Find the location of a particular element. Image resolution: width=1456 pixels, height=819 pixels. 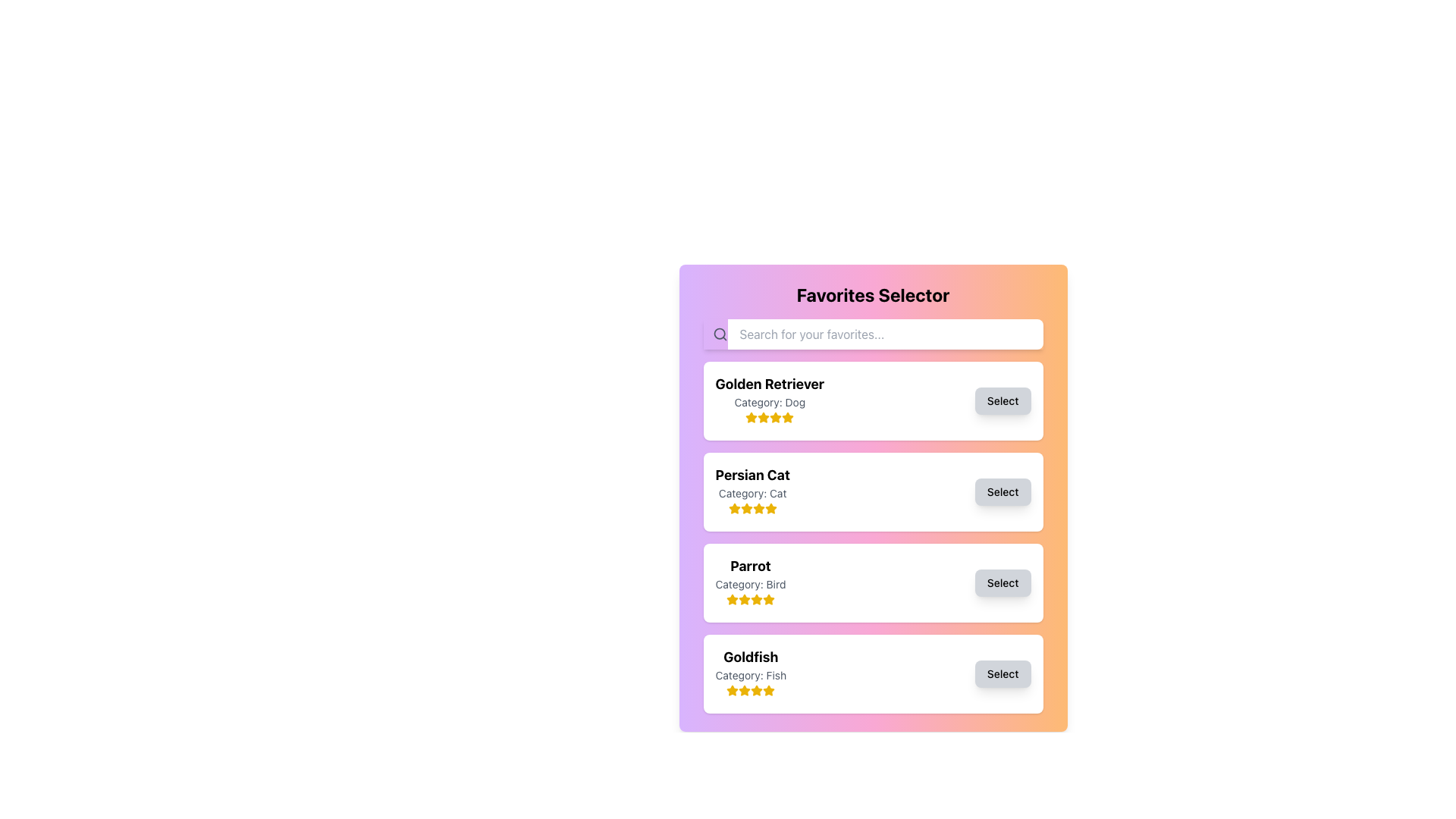

the fifth rating star for the item labeled 'Golden Retriever' located in the first row of the items list is located at coordinates (788, 418).